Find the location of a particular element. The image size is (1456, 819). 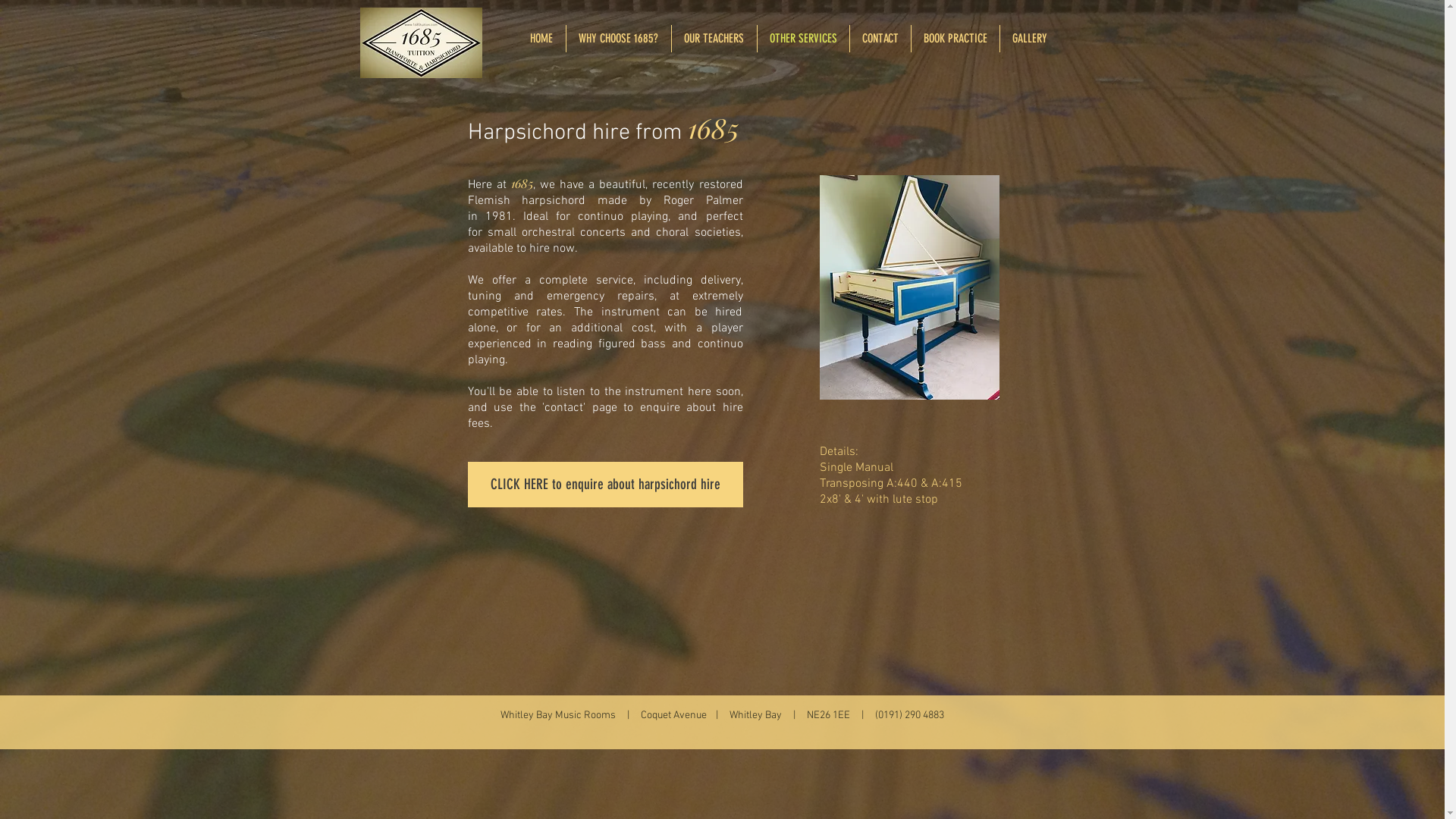

'CONTACT' is located at coordinates (880, 37).